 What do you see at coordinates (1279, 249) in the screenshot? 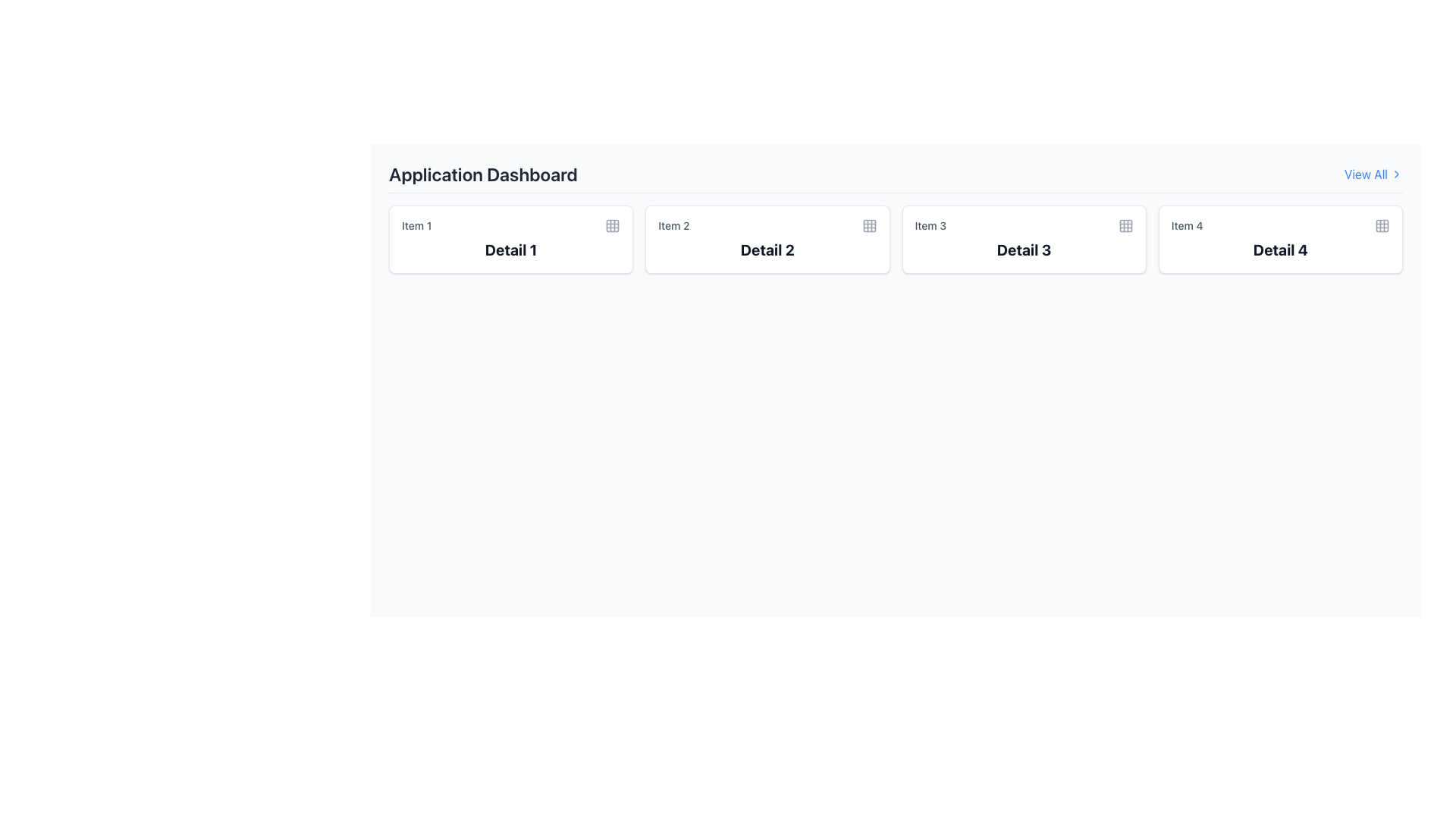
I see `the bold text labeled 'Detail 4' which is centrally positioned in the fourth card from the left in the Application Dashboard layout` at bounding box center [1279, 249].